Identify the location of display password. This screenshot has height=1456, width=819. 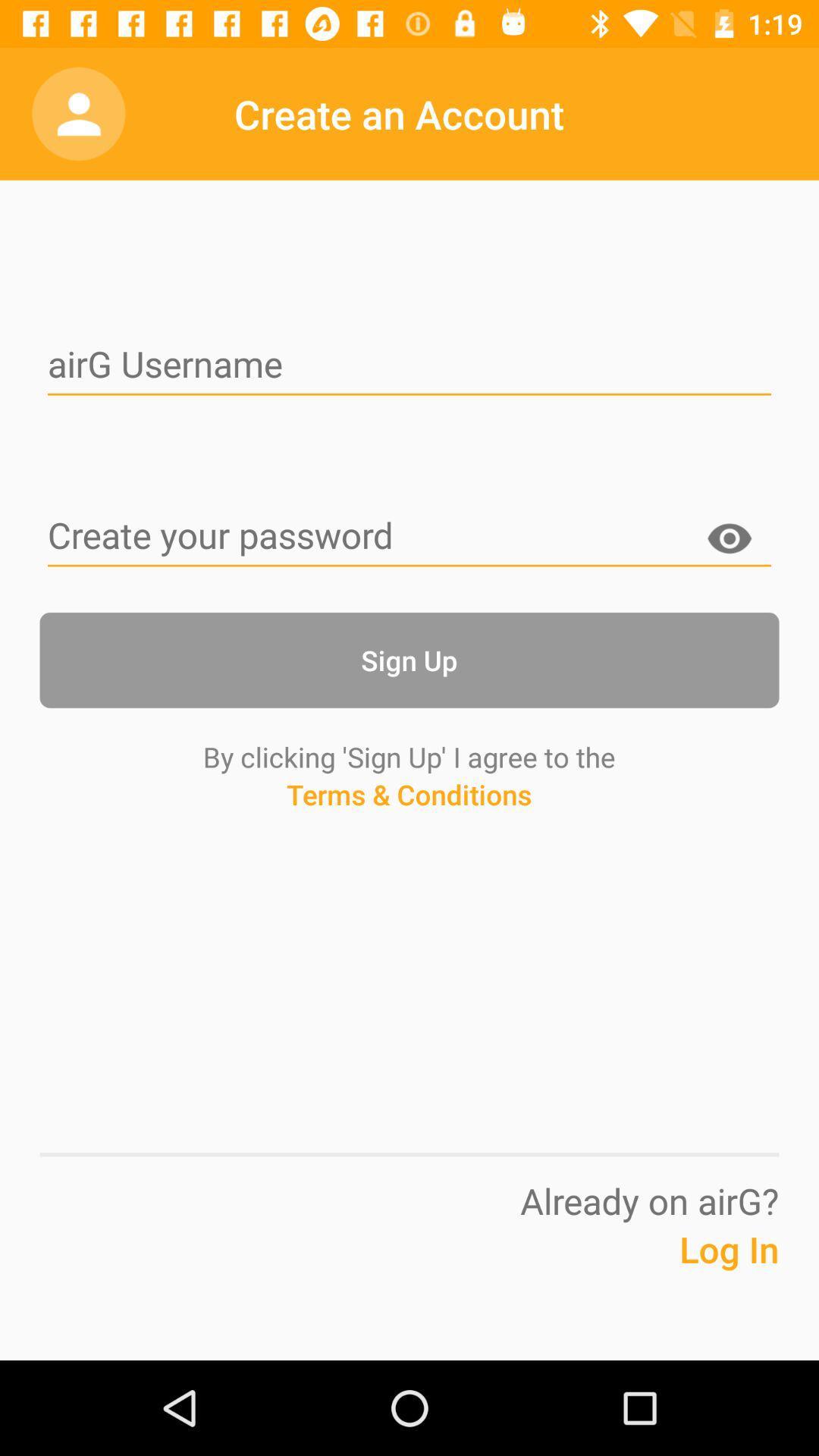
(728, 541).